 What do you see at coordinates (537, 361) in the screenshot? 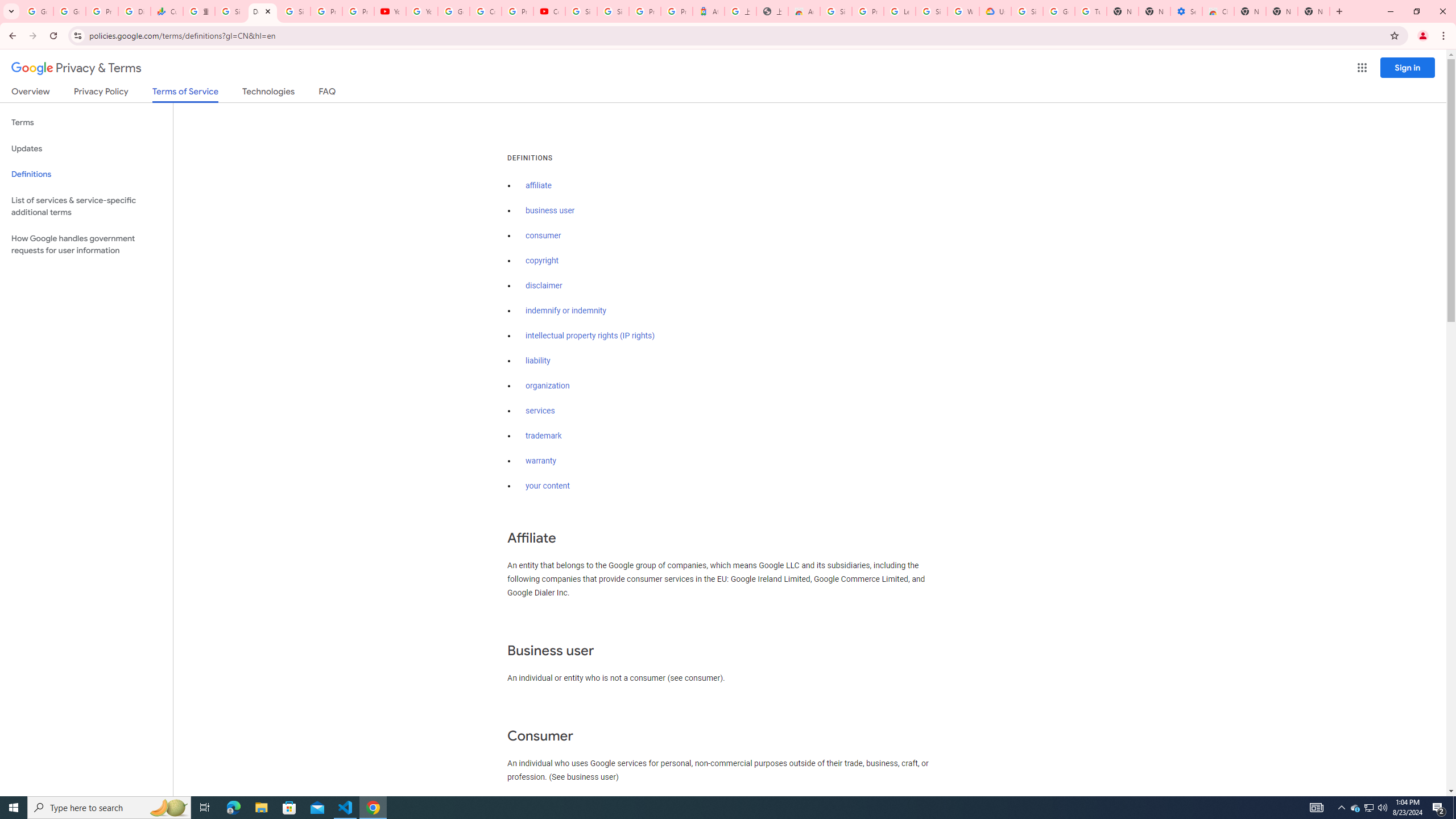
I see `'liability'` at bounding box center [537, 361].